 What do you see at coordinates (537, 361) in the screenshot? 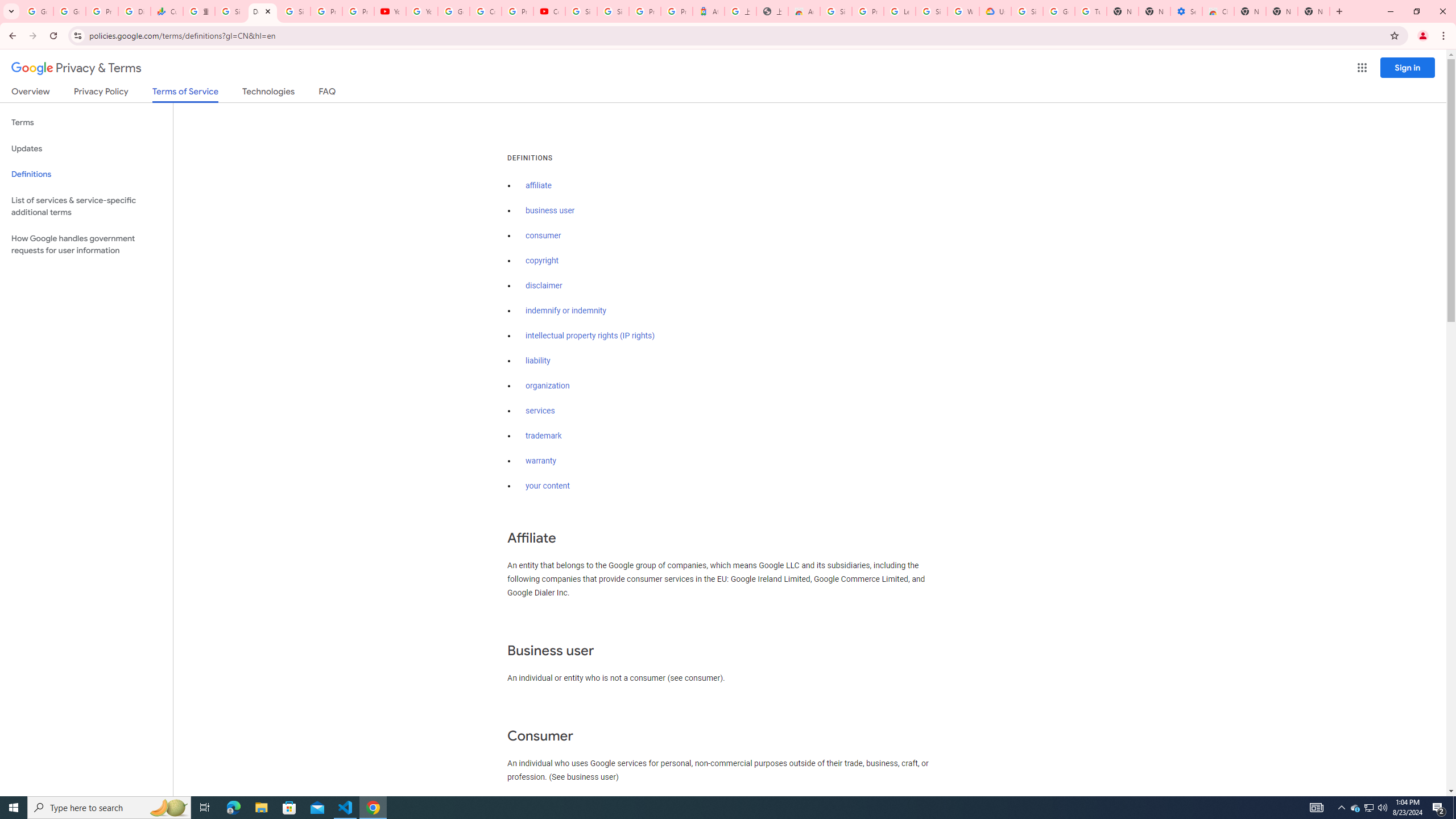
I see `'liability'` at bounding box center [537, 361].